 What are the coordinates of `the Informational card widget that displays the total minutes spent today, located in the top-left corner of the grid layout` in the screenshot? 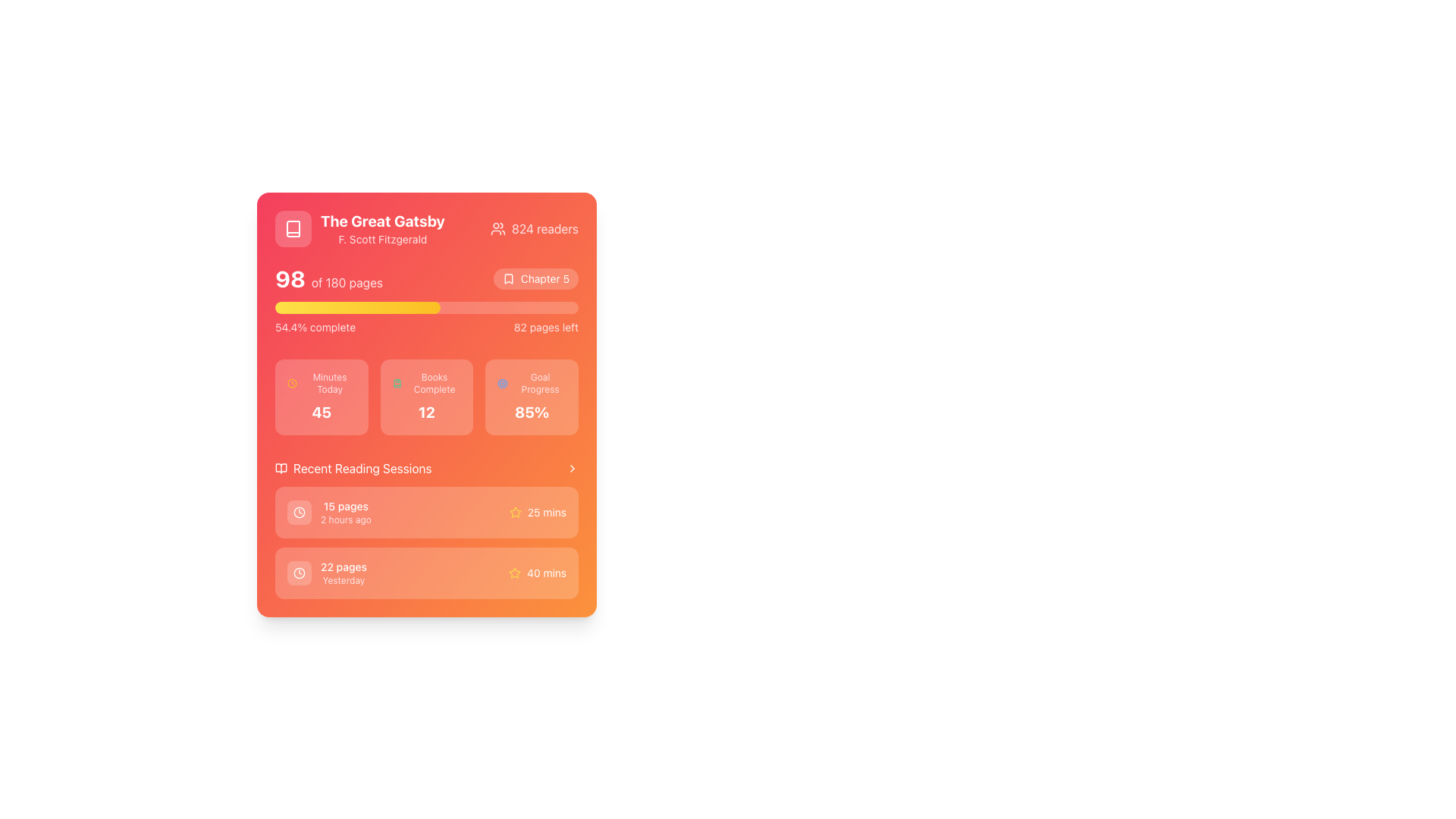 It's located at (321, 397).